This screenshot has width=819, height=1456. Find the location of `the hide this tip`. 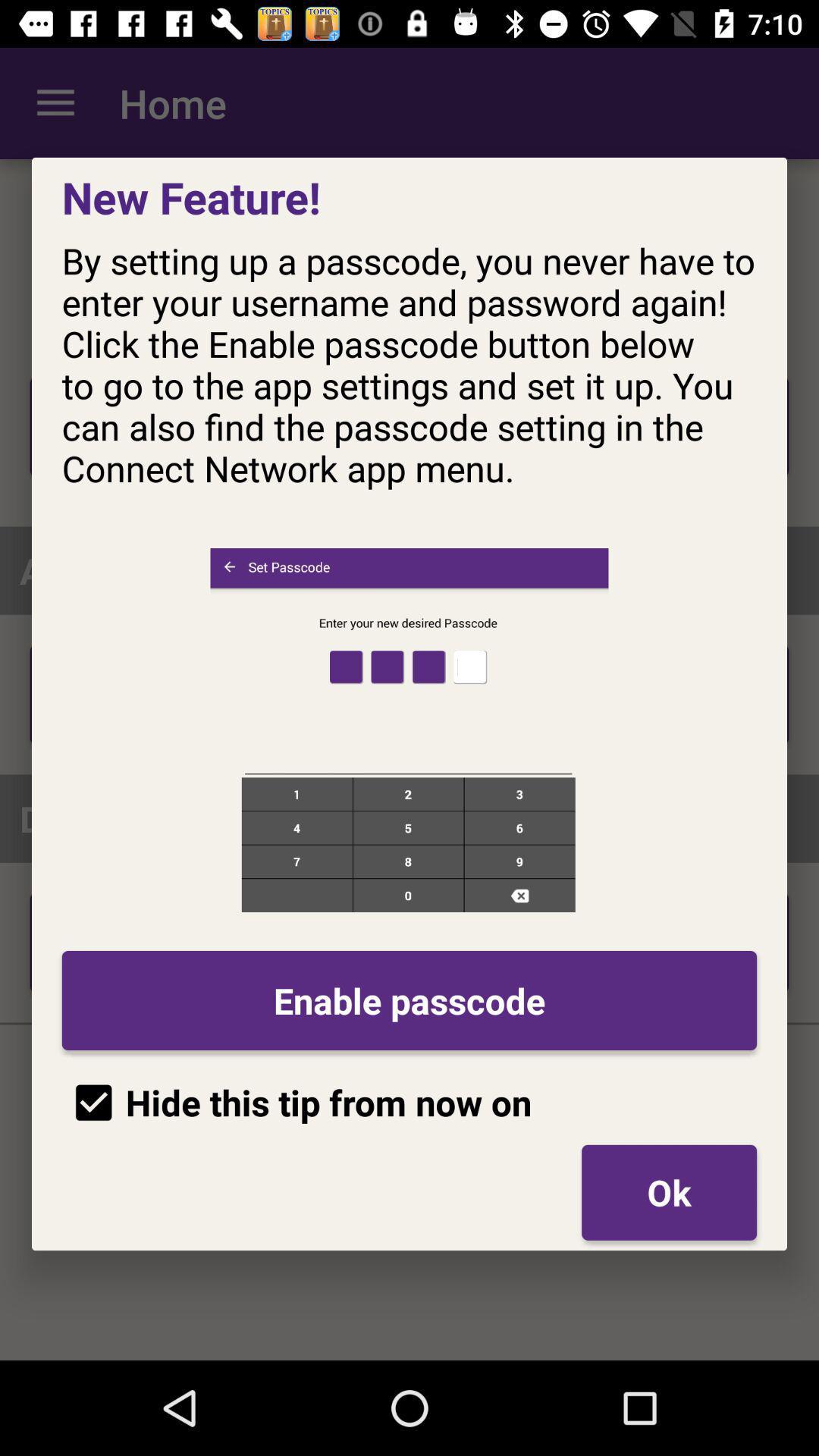

the hide this tip is located at coordinates (297, 1103).